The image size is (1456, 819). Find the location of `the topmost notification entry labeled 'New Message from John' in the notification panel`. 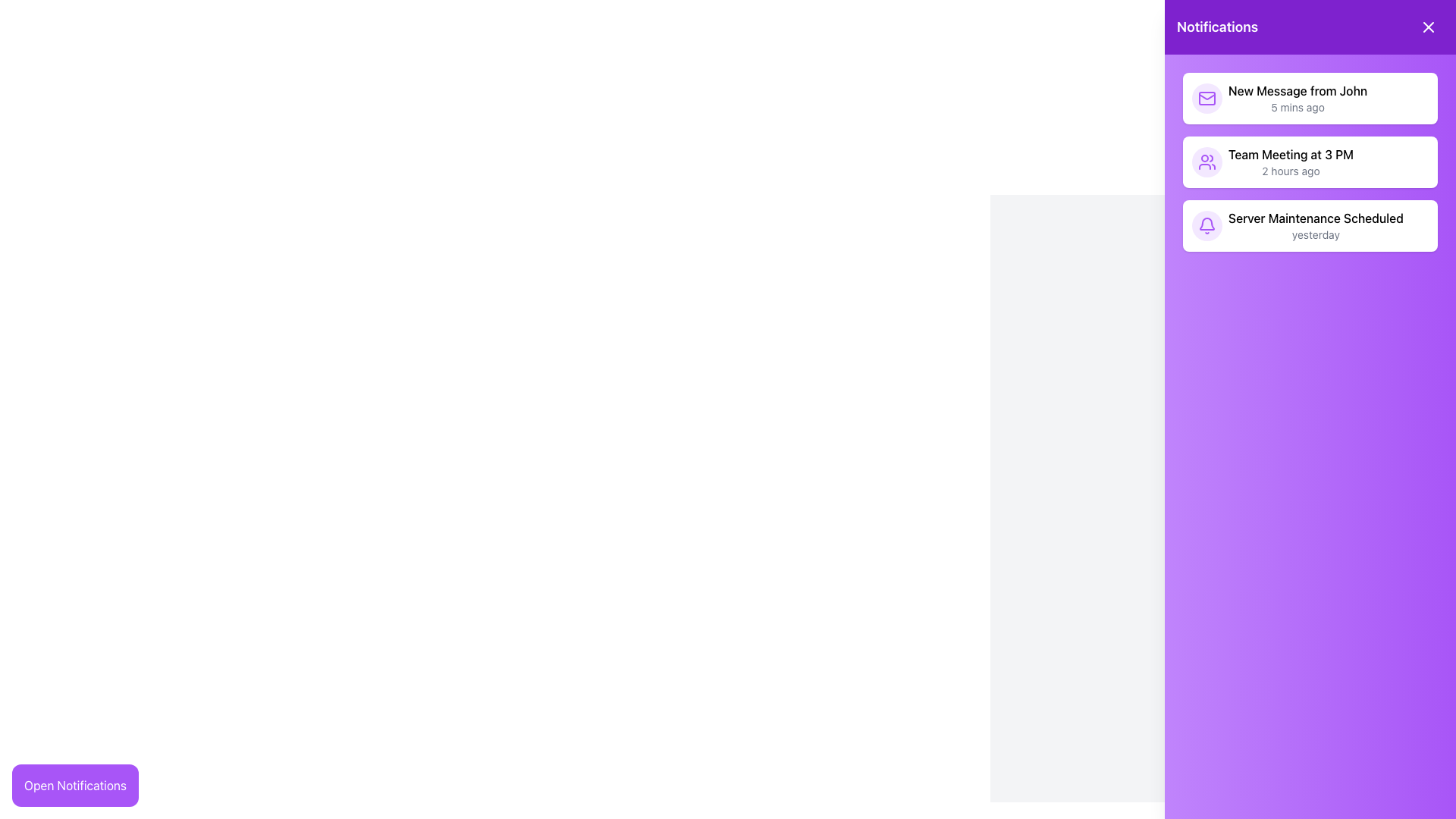

the topmost notification entry labeled 'New Message from John' in the notification panel is located at coordinates (1279, 99).